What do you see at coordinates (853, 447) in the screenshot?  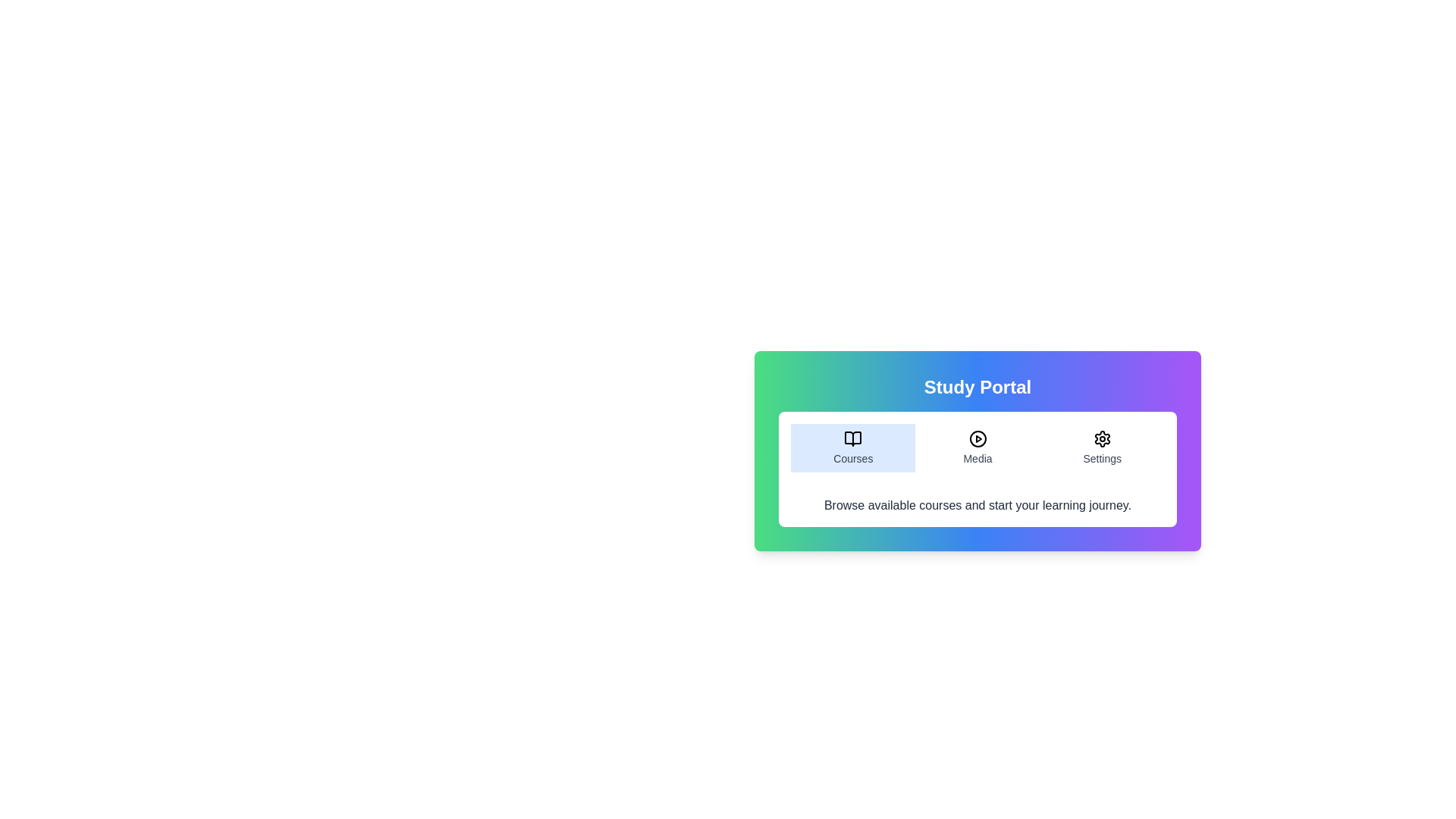 I see `the Courses tab` at bounding box center [853, 447].